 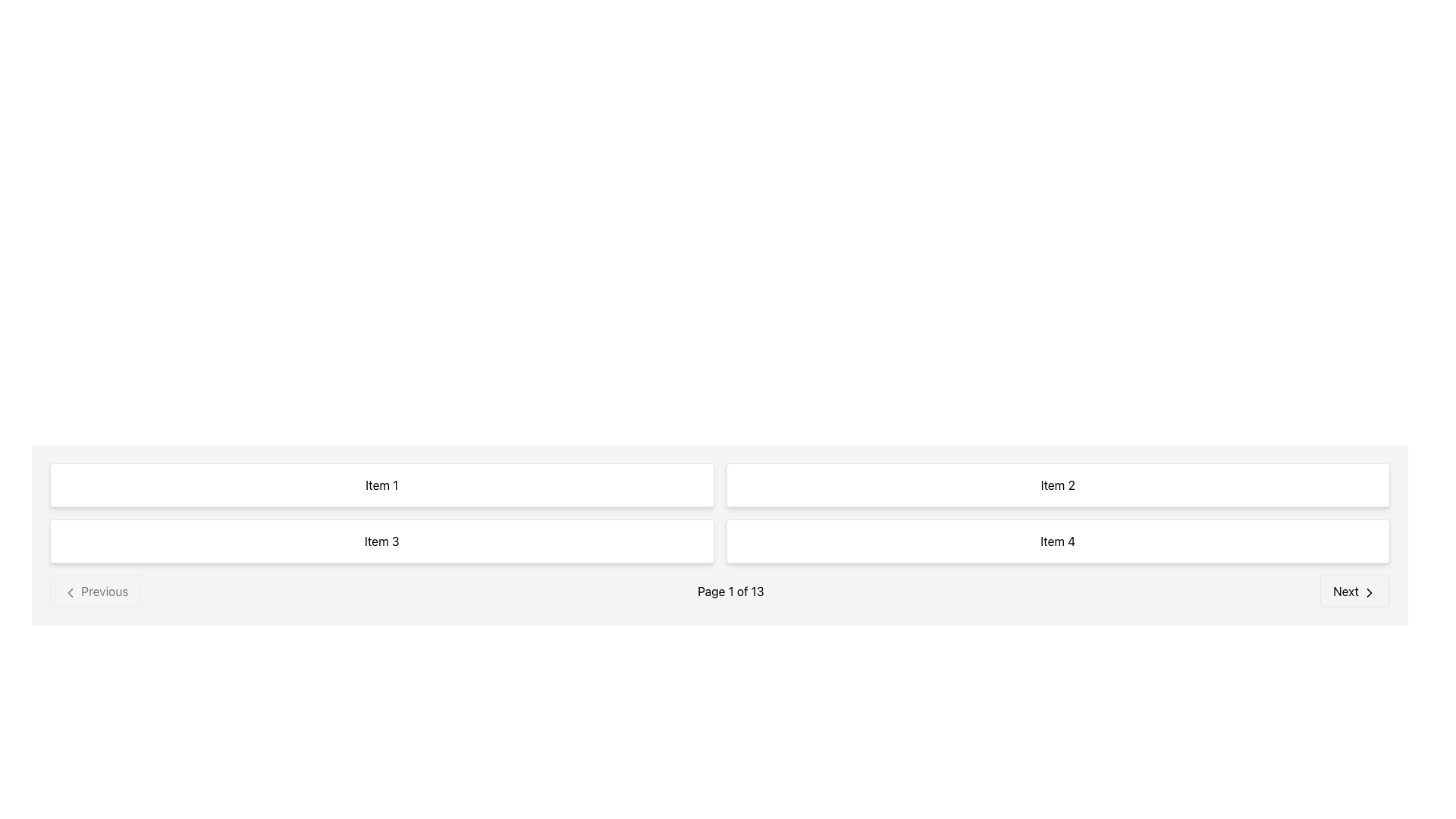 I want to click on the Chevron Left Icon located to the left of the 'Previous' button to activate its function, so click(x=69, y=591).